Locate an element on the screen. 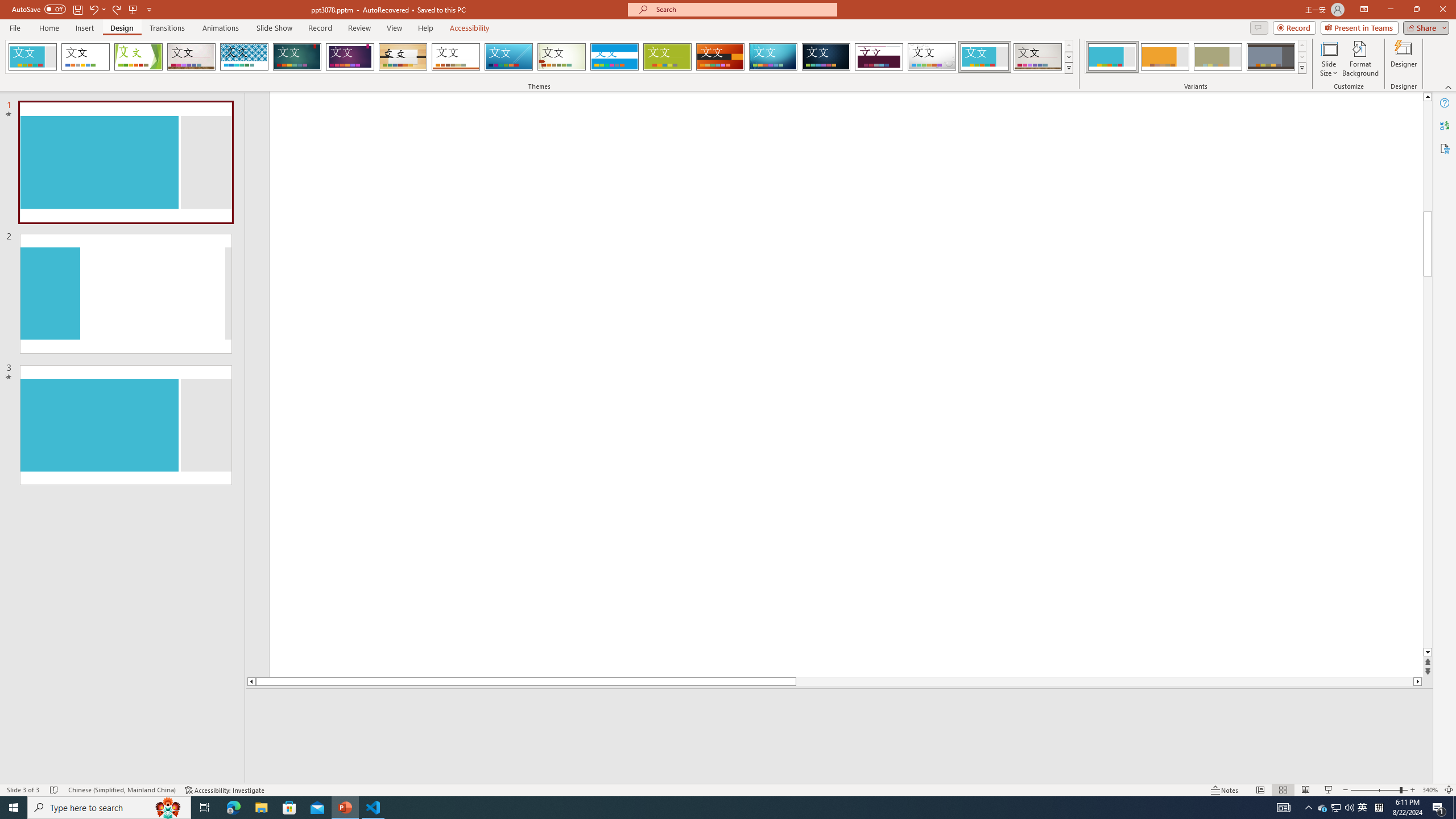 Image resolution: width=1456 pixels, height=819 pixels. 'Frame Variant 4' is located at coordinates (1270, 56).